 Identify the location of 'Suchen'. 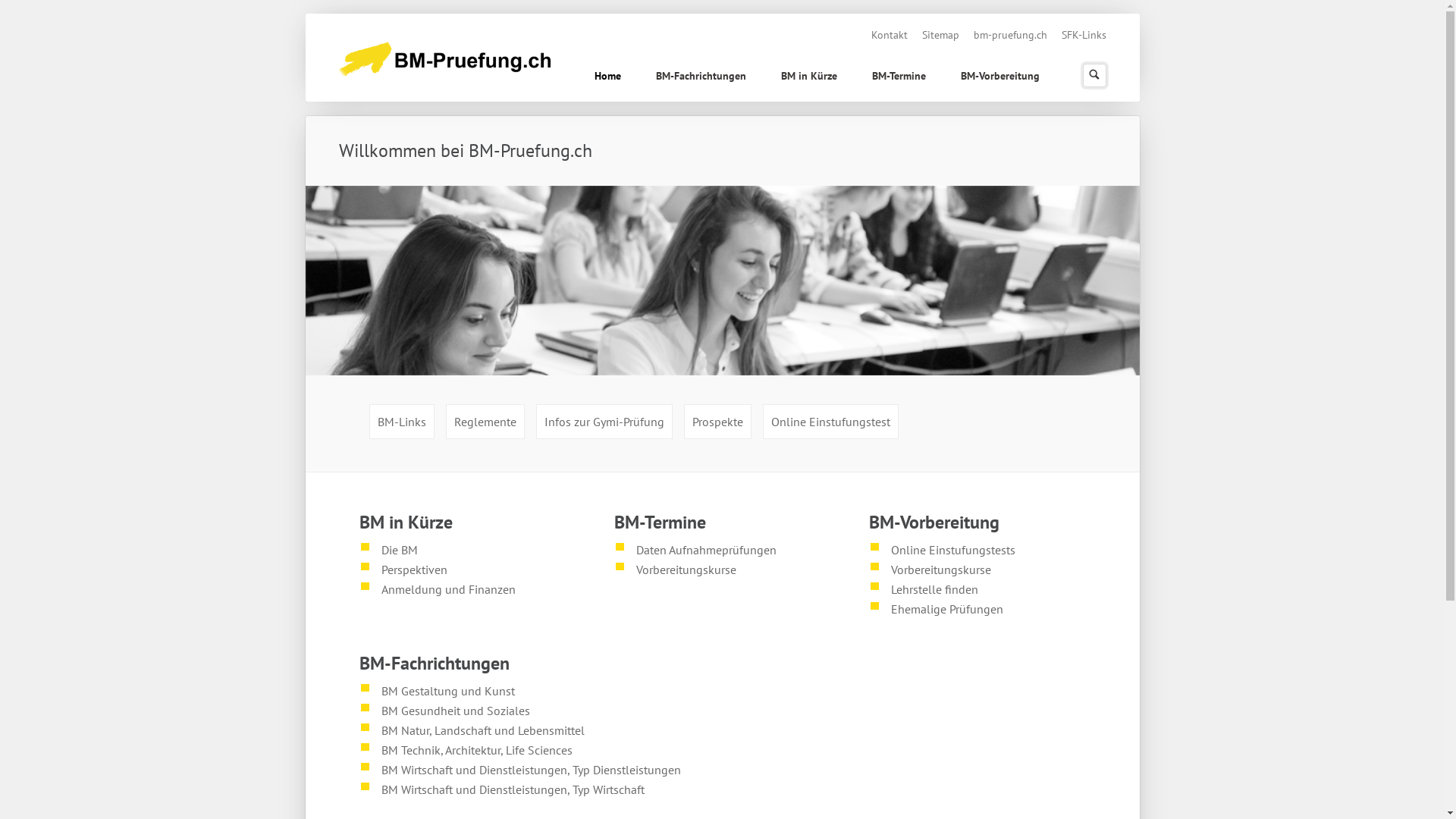
(1094, 75).